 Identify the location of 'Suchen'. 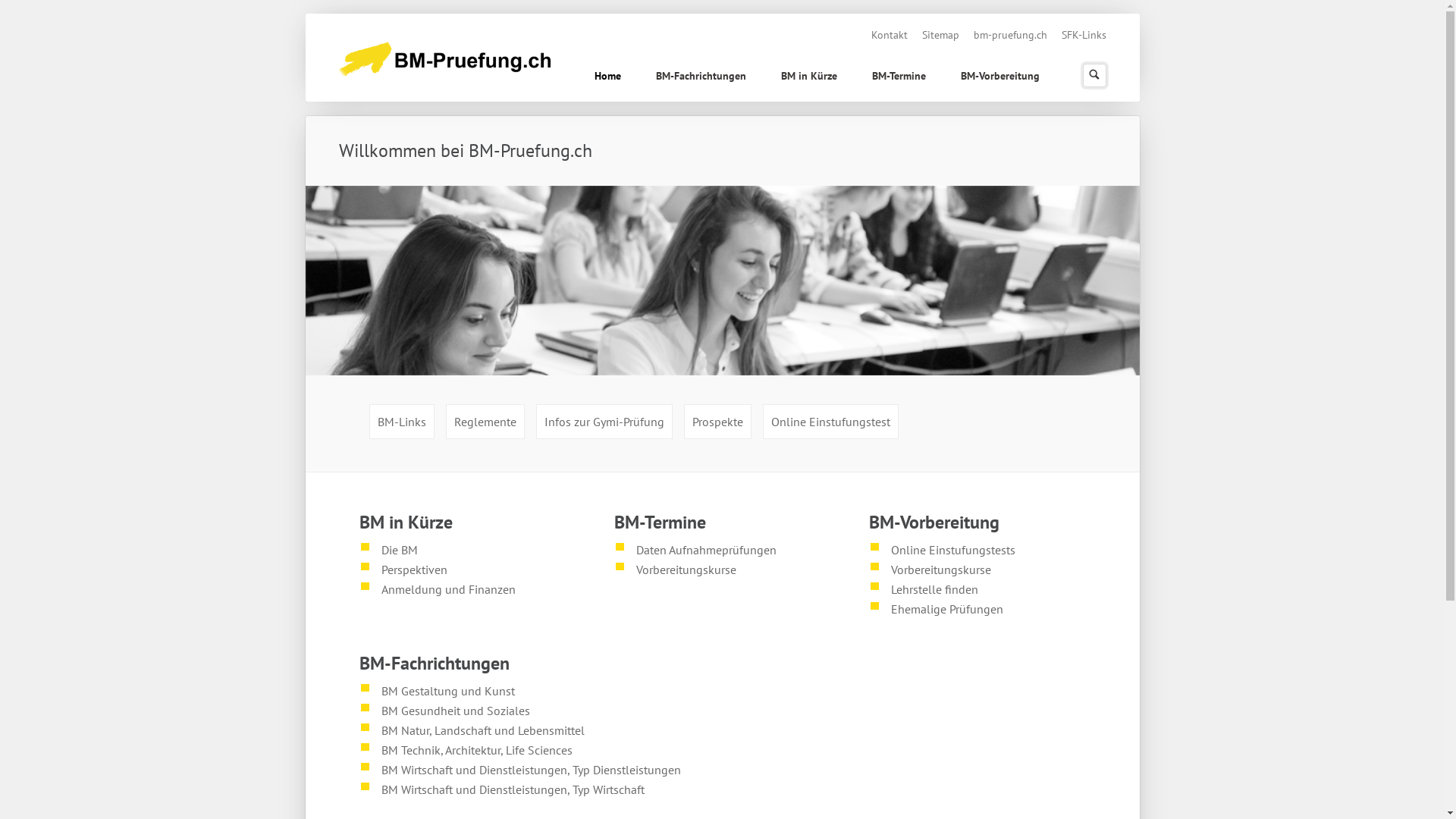
(1094, 75).